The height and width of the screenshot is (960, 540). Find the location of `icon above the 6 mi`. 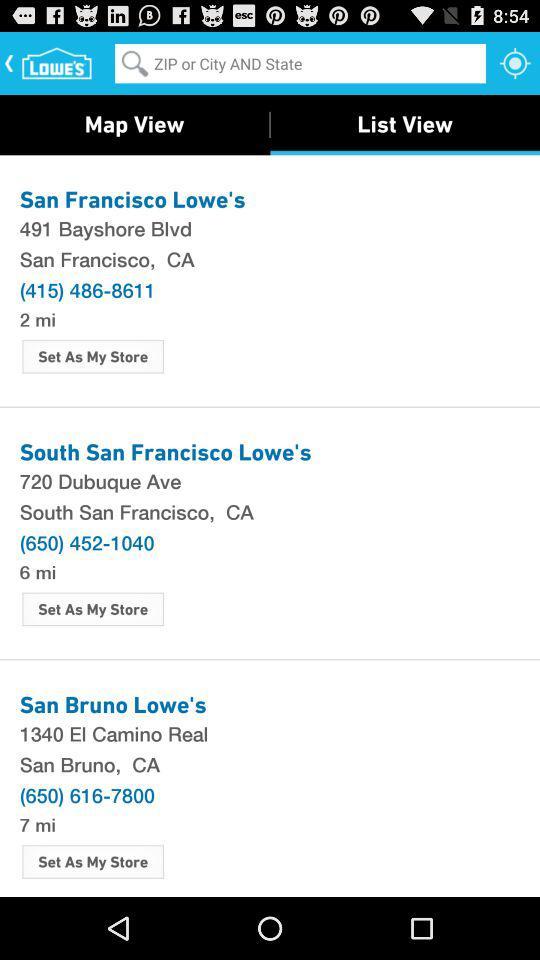

icon above the 6 mi is located at coordinates (86, 542).